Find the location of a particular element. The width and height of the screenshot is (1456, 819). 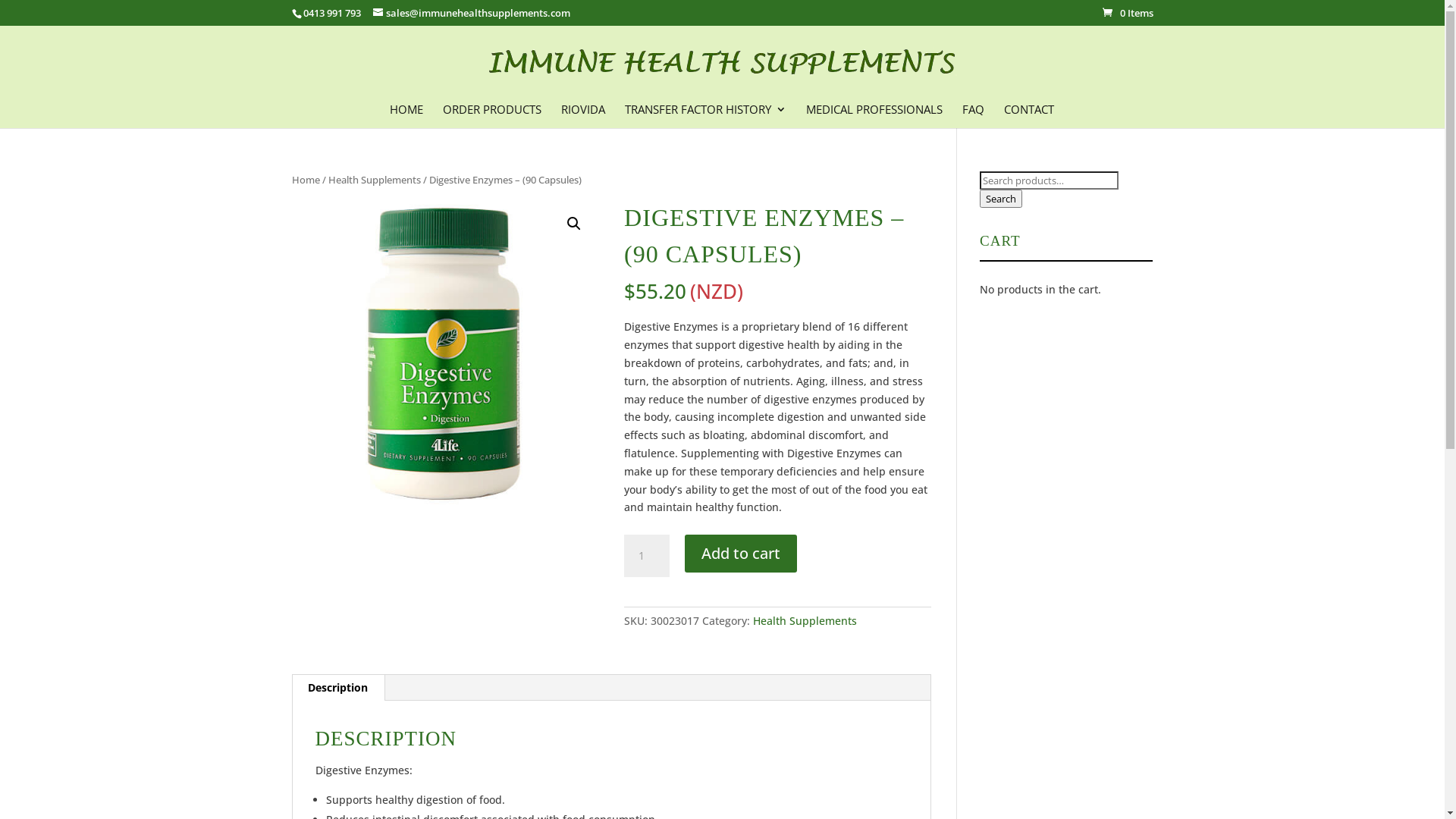

'HOME' is located at coordinates (406, 114).